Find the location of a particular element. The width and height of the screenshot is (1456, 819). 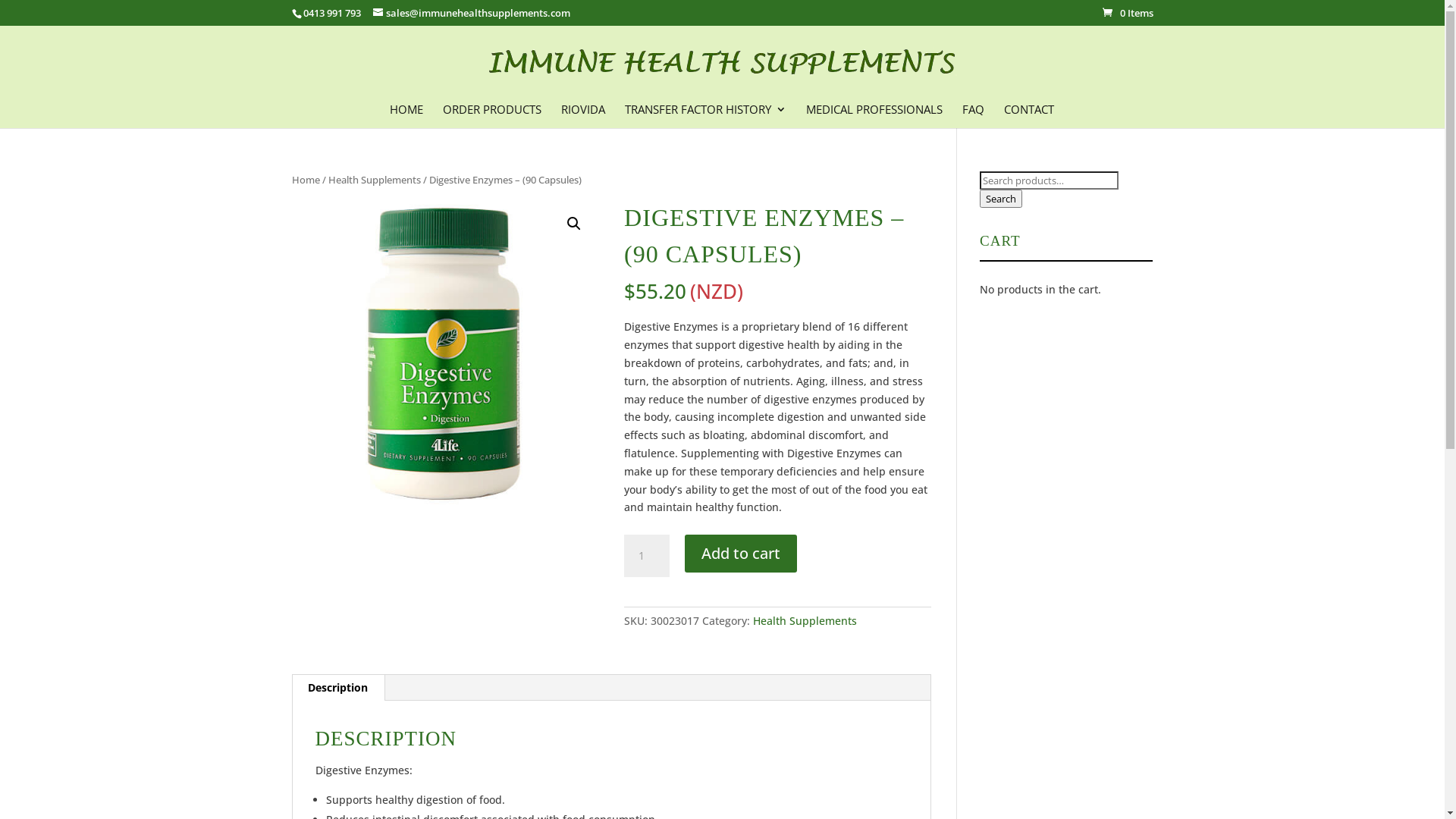

'HOME' is located at coordinates (406, 114).